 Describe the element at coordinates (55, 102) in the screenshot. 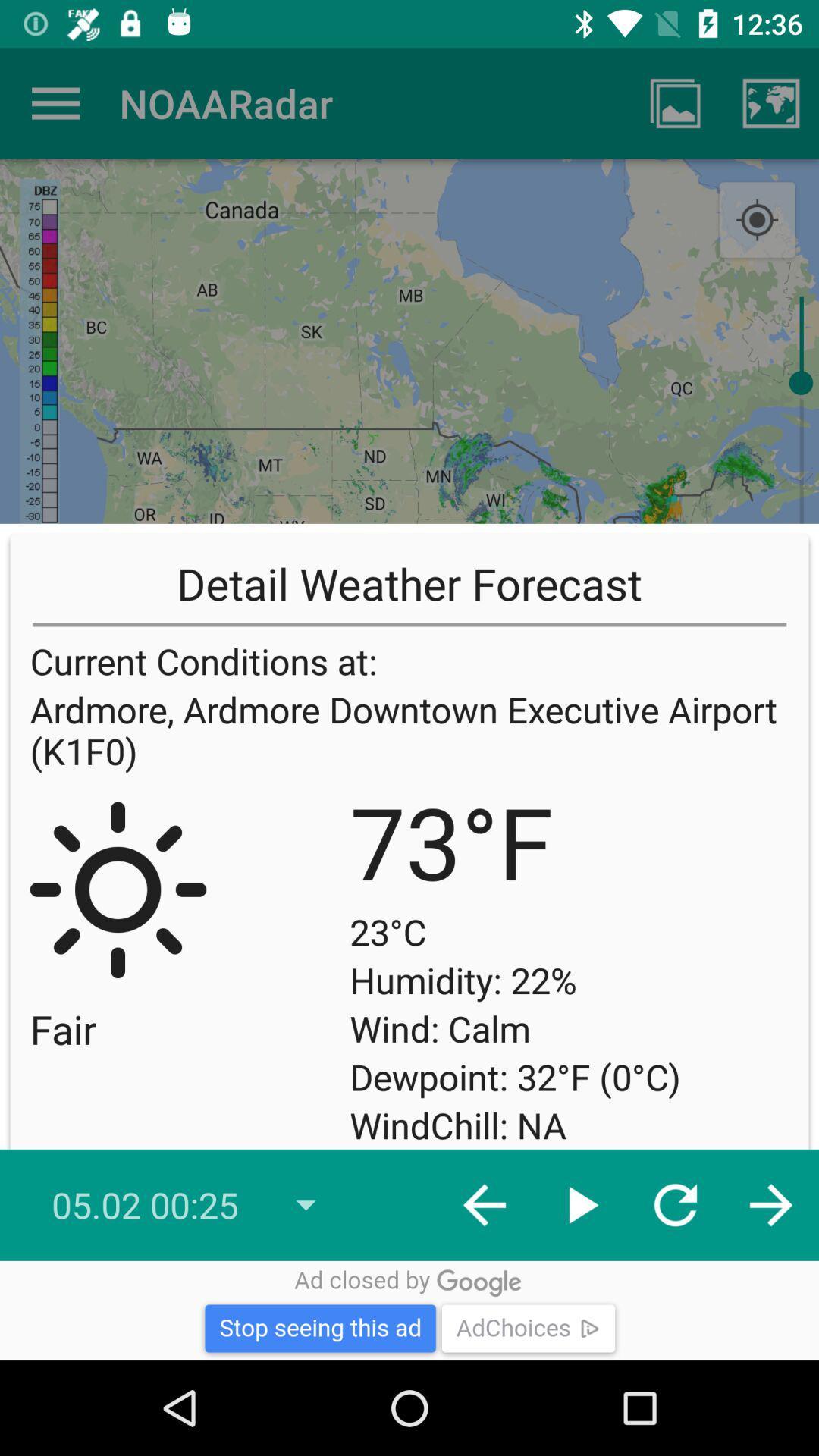

I see `icon to the left of noaaradar app` at that location.